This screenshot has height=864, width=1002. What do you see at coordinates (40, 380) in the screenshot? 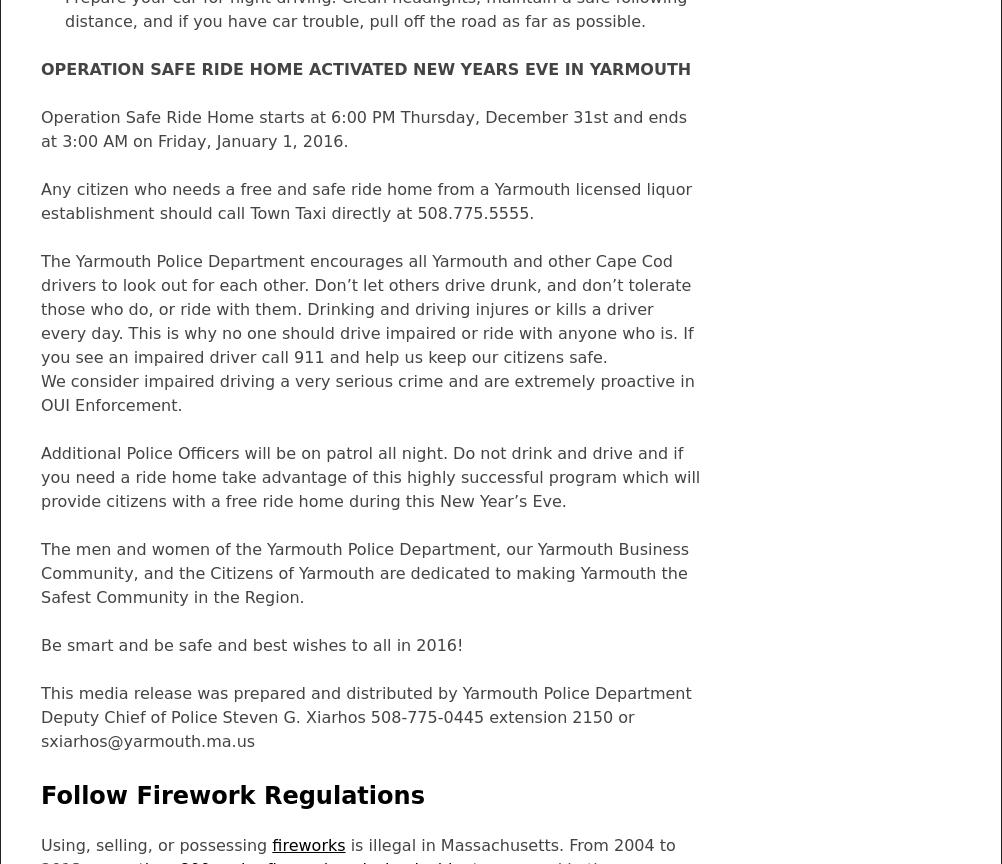
I see `'We consider impaired driving a'` at bounding box center [40, 380].